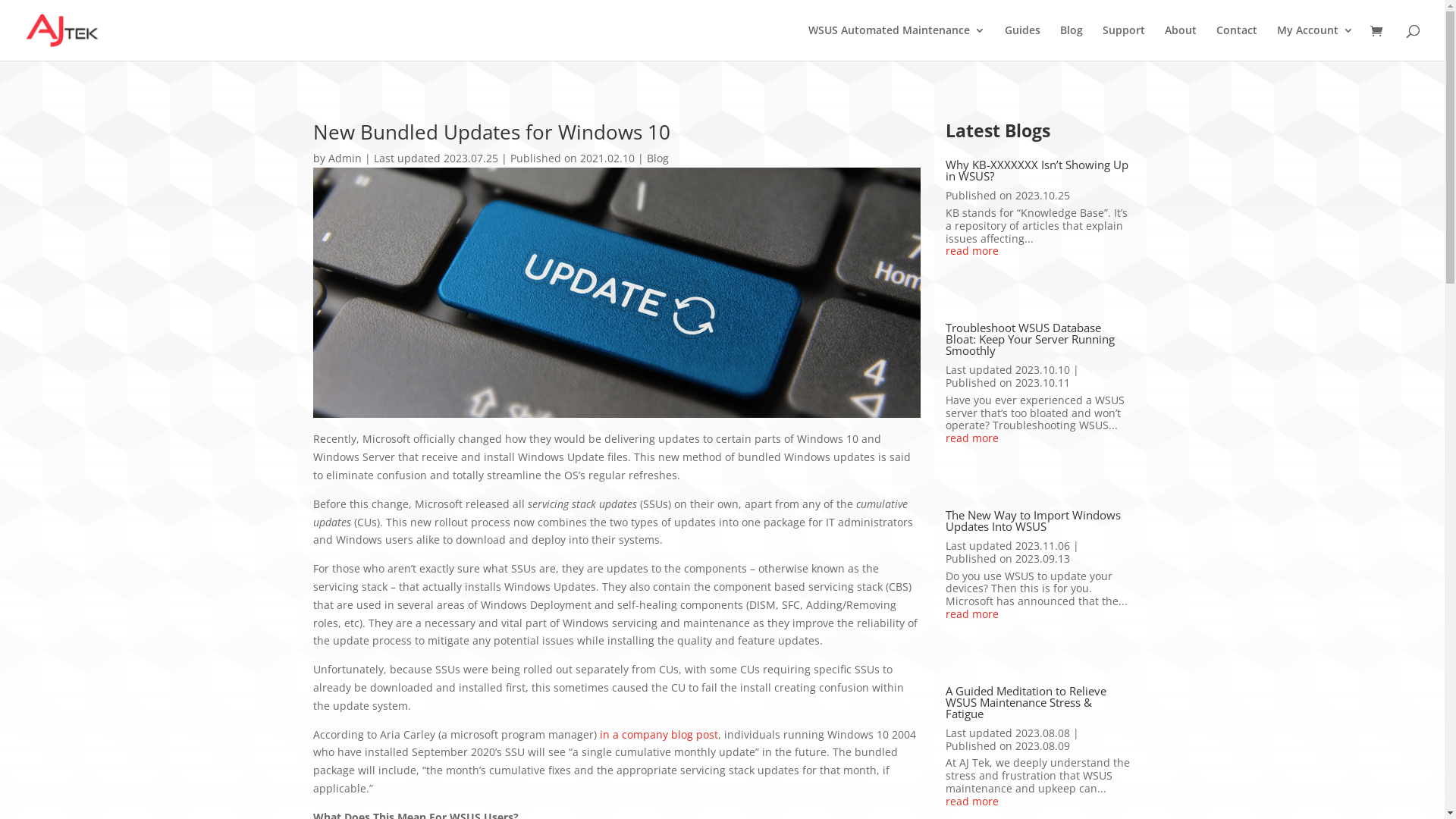 This screenshot has height=819, width=1456. Describe the element at coordinates (1032, 519) in the screenshot. I see `'The New Way to Import Windows Updates Into WSUS'` at that location.